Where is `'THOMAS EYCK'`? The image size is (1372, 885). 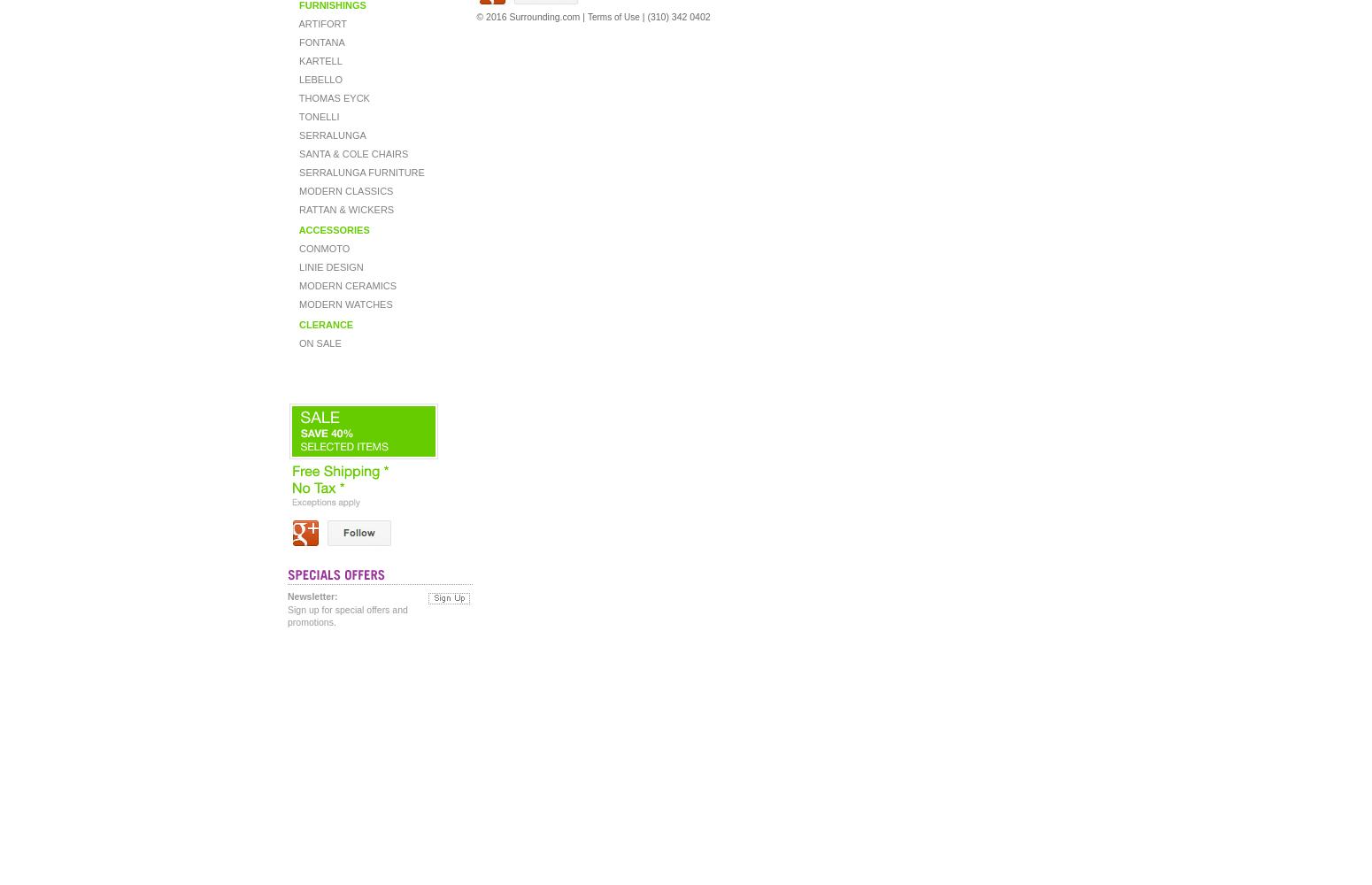
'THOMAS EYCK' is located at coordinates (332, 97).